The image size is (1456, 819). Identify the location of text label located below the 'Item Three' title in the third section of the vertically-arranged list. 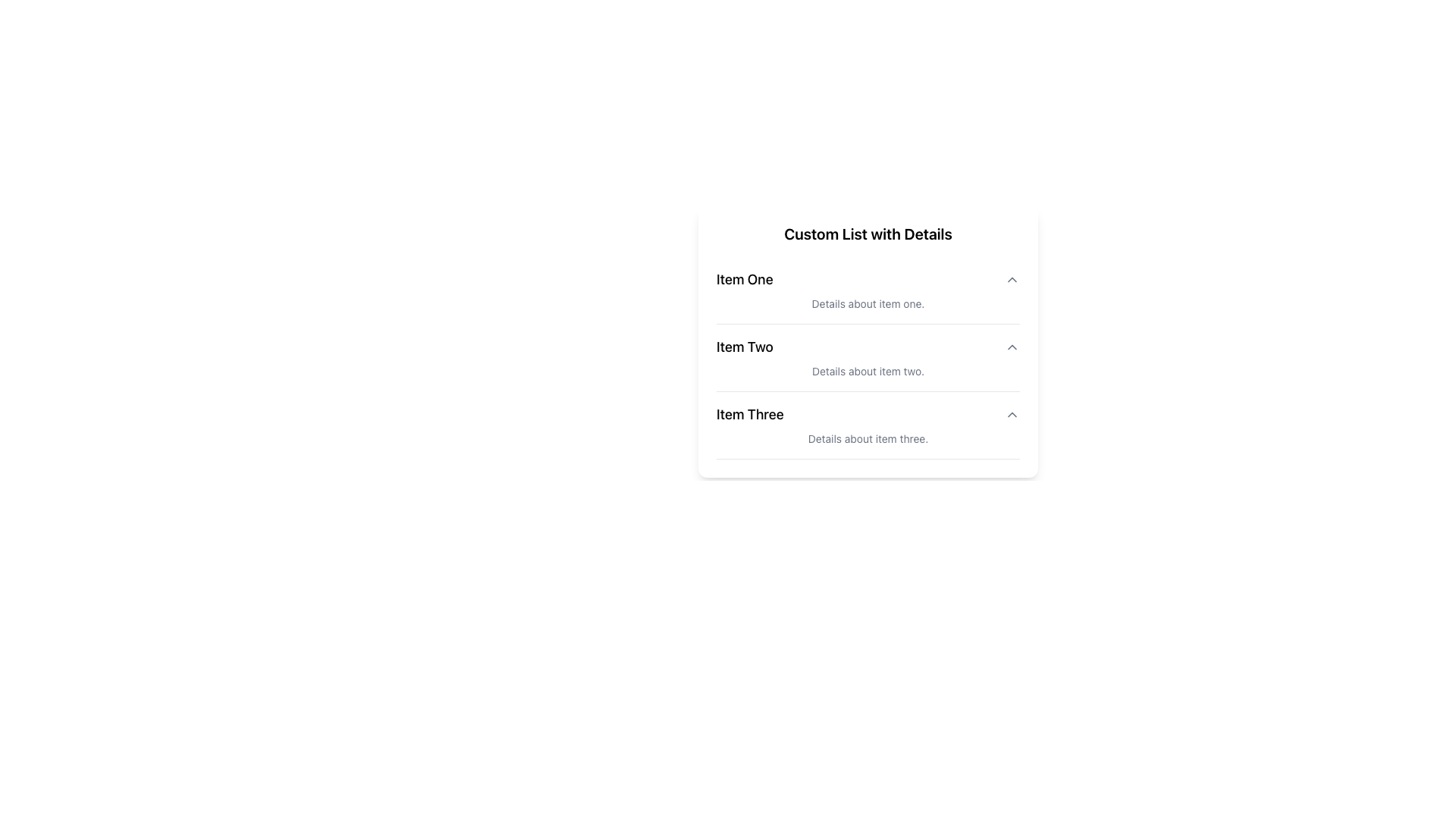
(868, 438).